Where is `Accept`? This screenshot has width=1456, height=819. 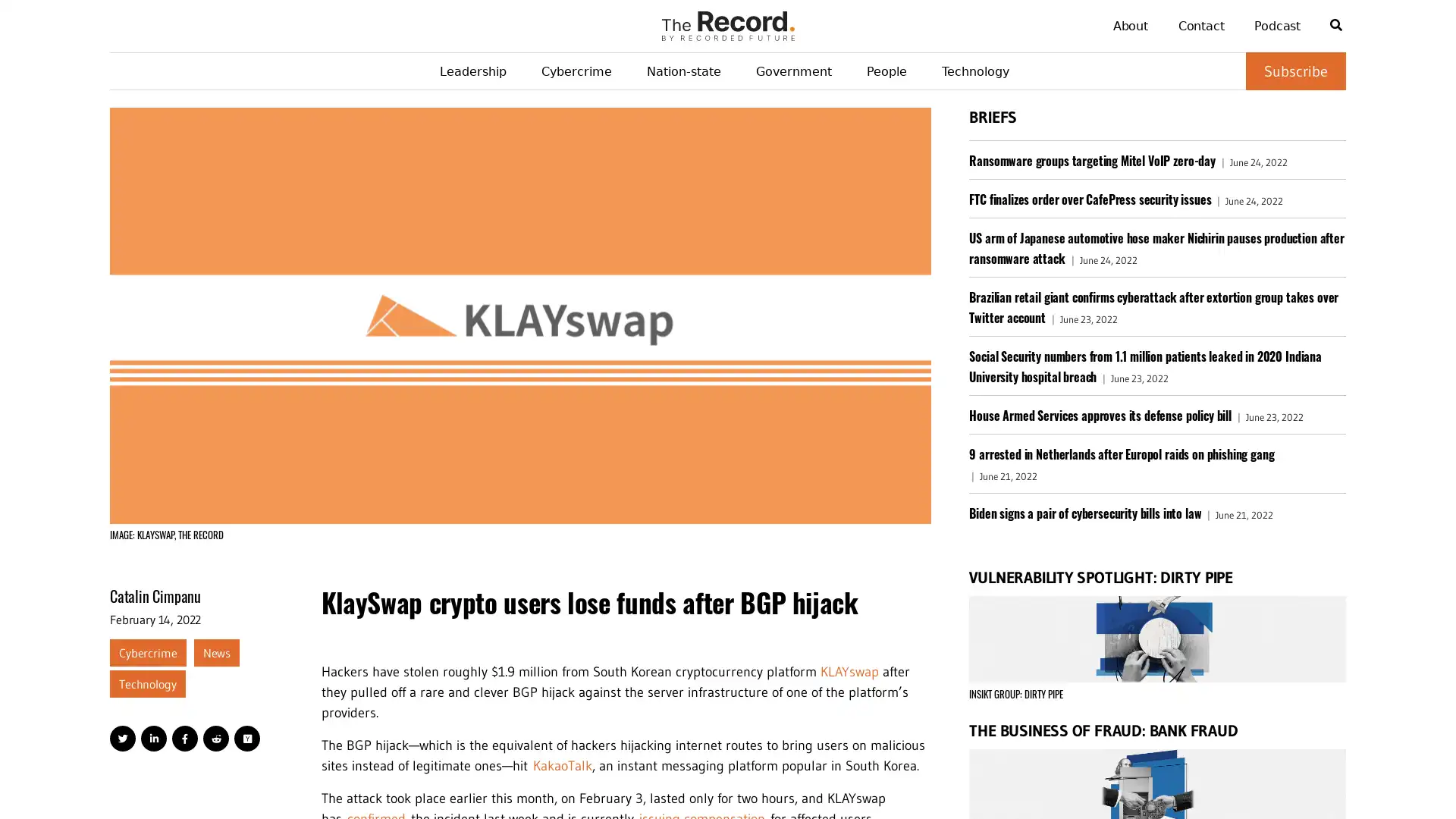
Accept is located at coordinates (1403, 781).